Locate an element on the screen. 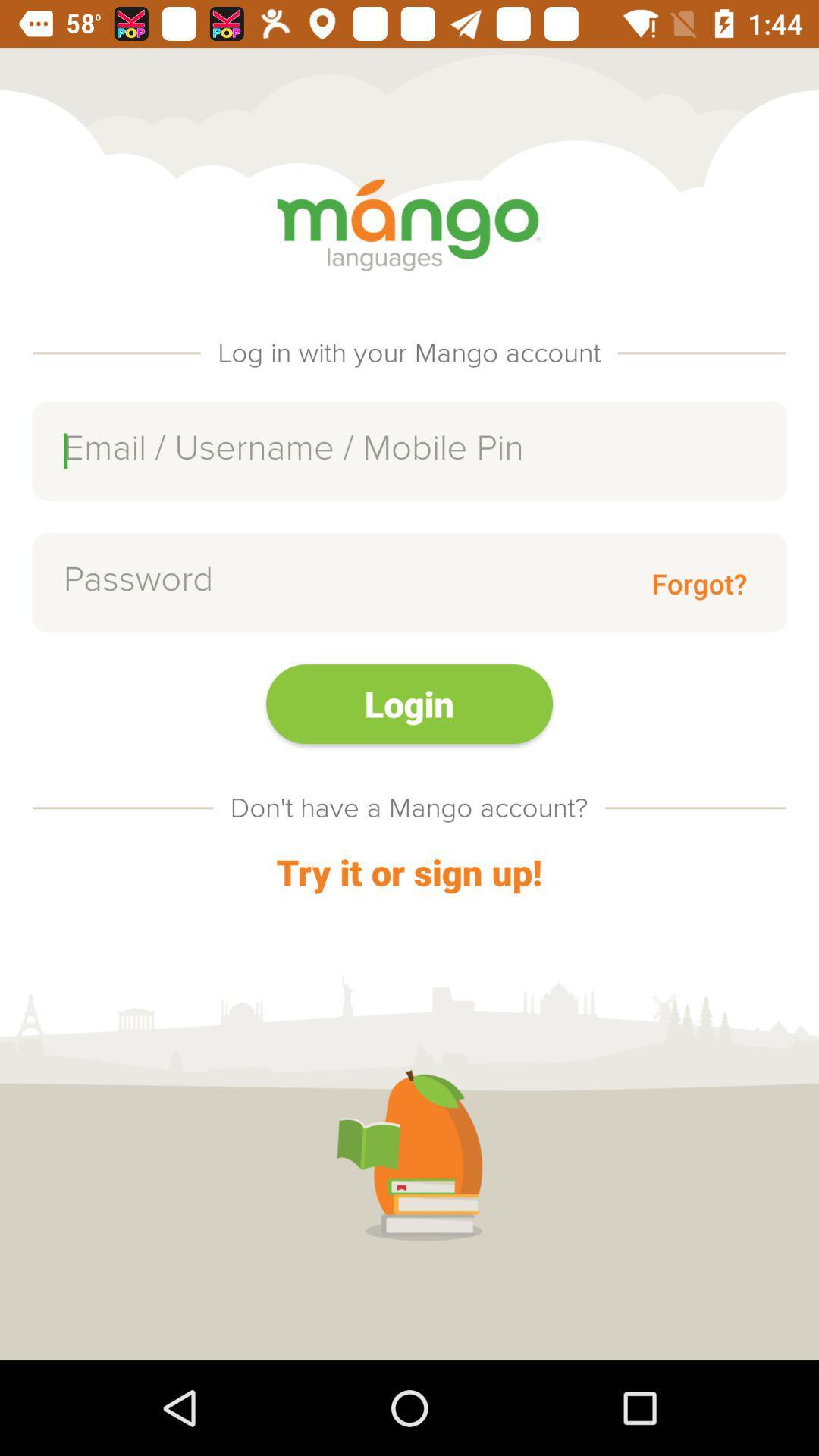  the login item is located at coordinates (409, 703).